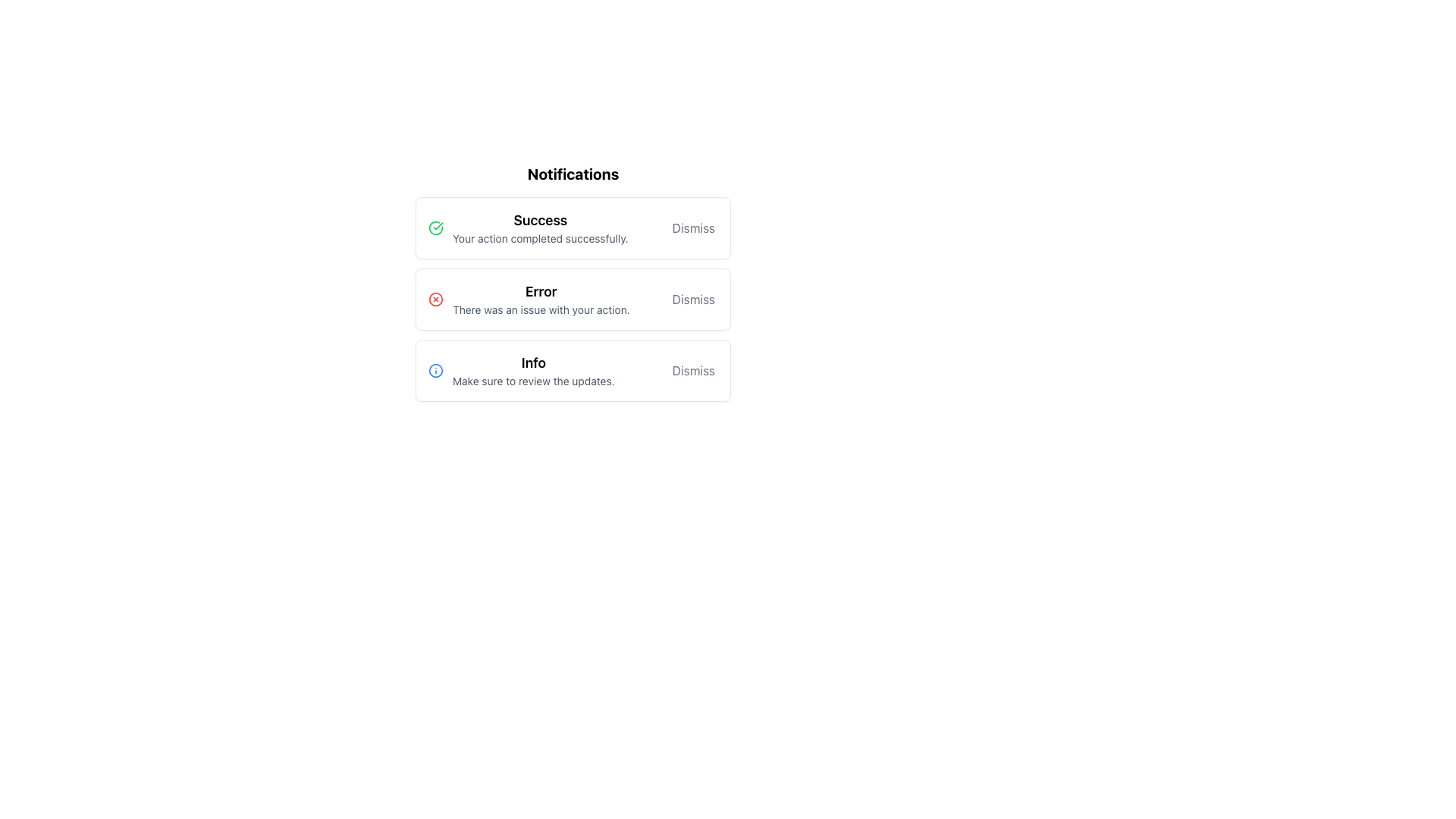 The height and width of the screenshot is (819, 1456). I want to click on static text that states 'Your action completed successfully.' which is located under the bold 'Success' label in the notification card, so click(540, 239).